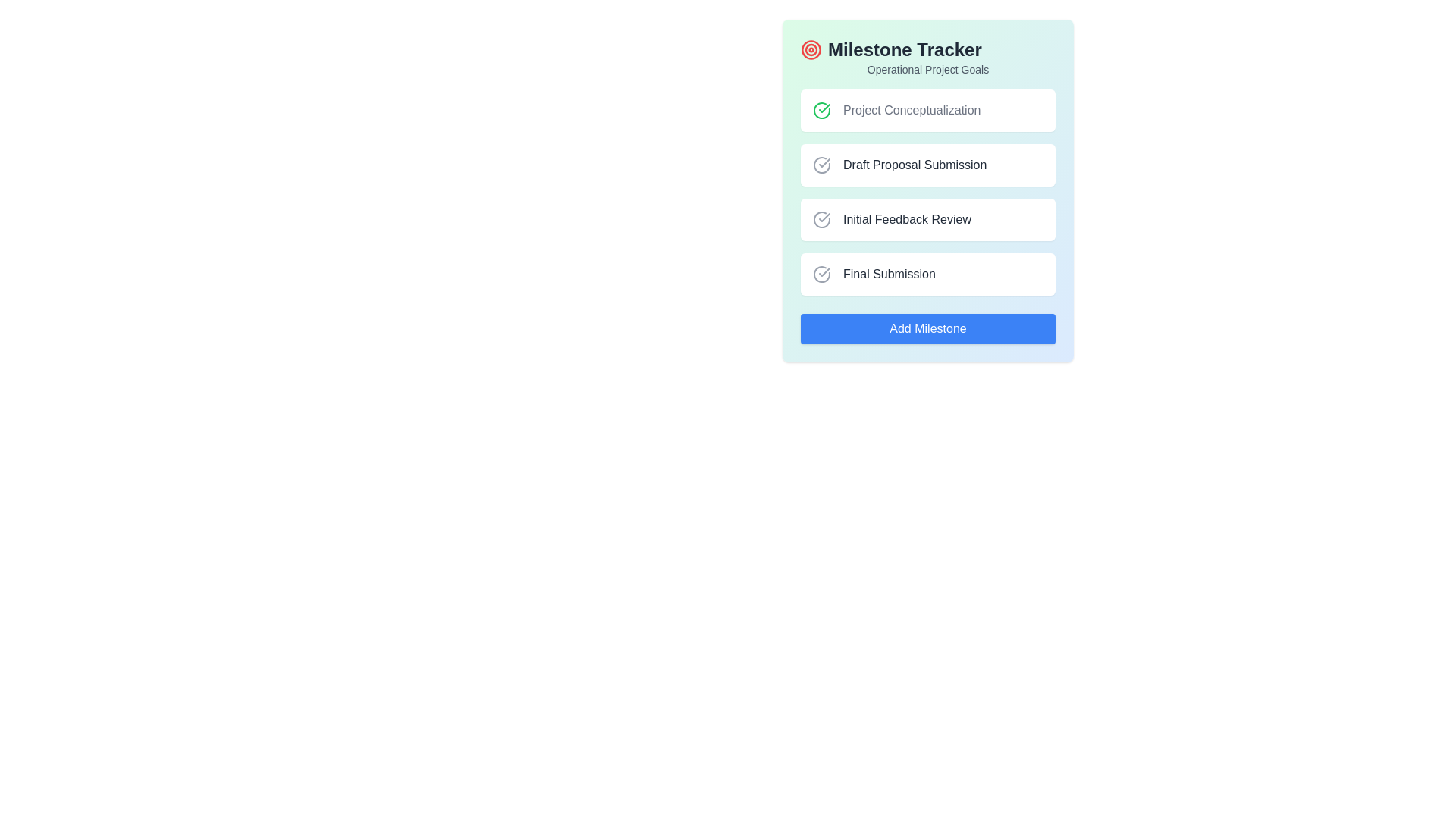 The width and height of the screenshot is (1456, 819). I want to click on the circular graphic icon with an outer stroke and inner checkmark, located to the left of the 'Final Submission' text in the milestone completion indicator, so click(821, 275).